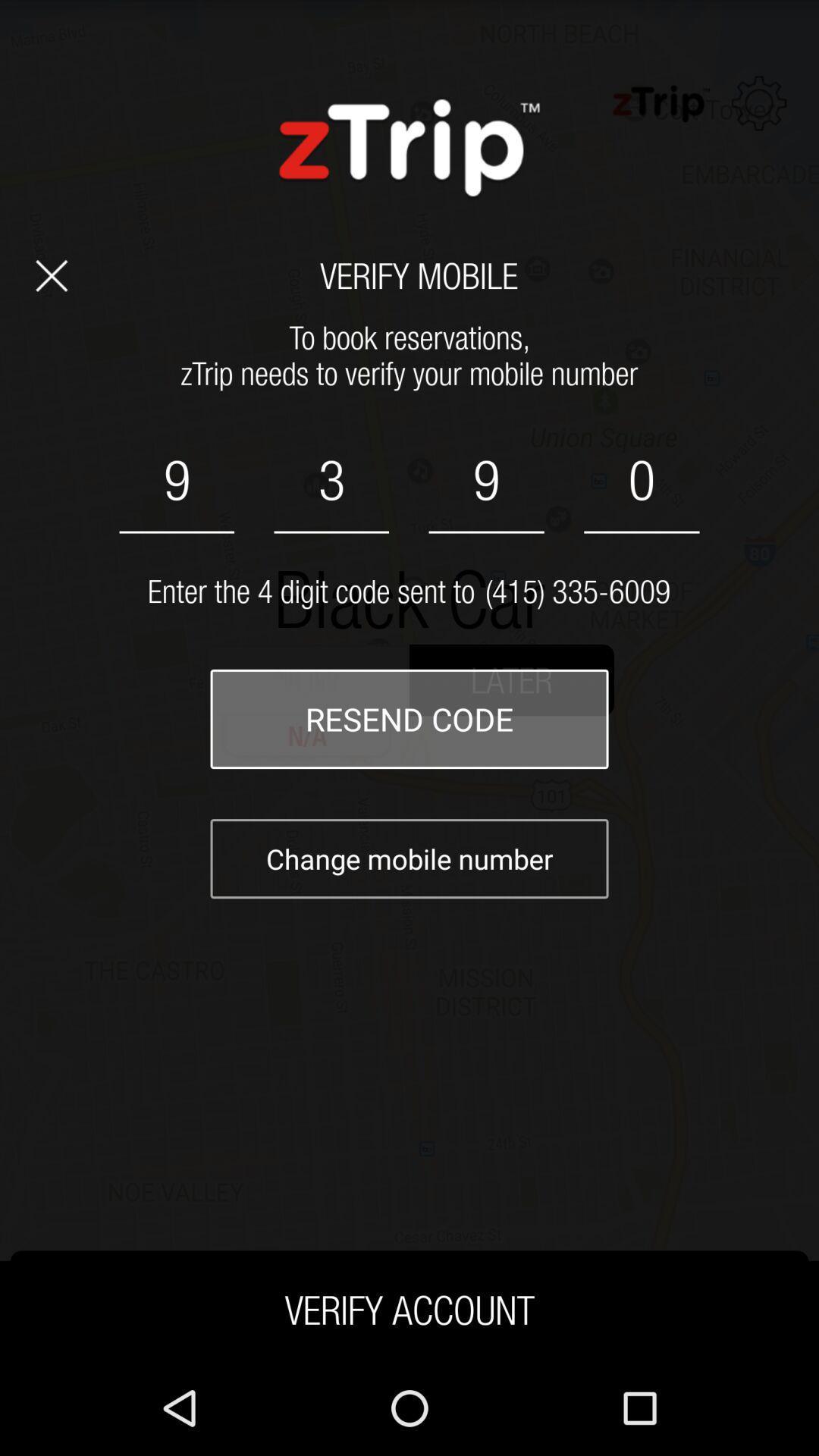  Describe the element at coordinates (51, 275) in the screenshot. I see `the cross mark symbol on the left of verify mobile` at that location.